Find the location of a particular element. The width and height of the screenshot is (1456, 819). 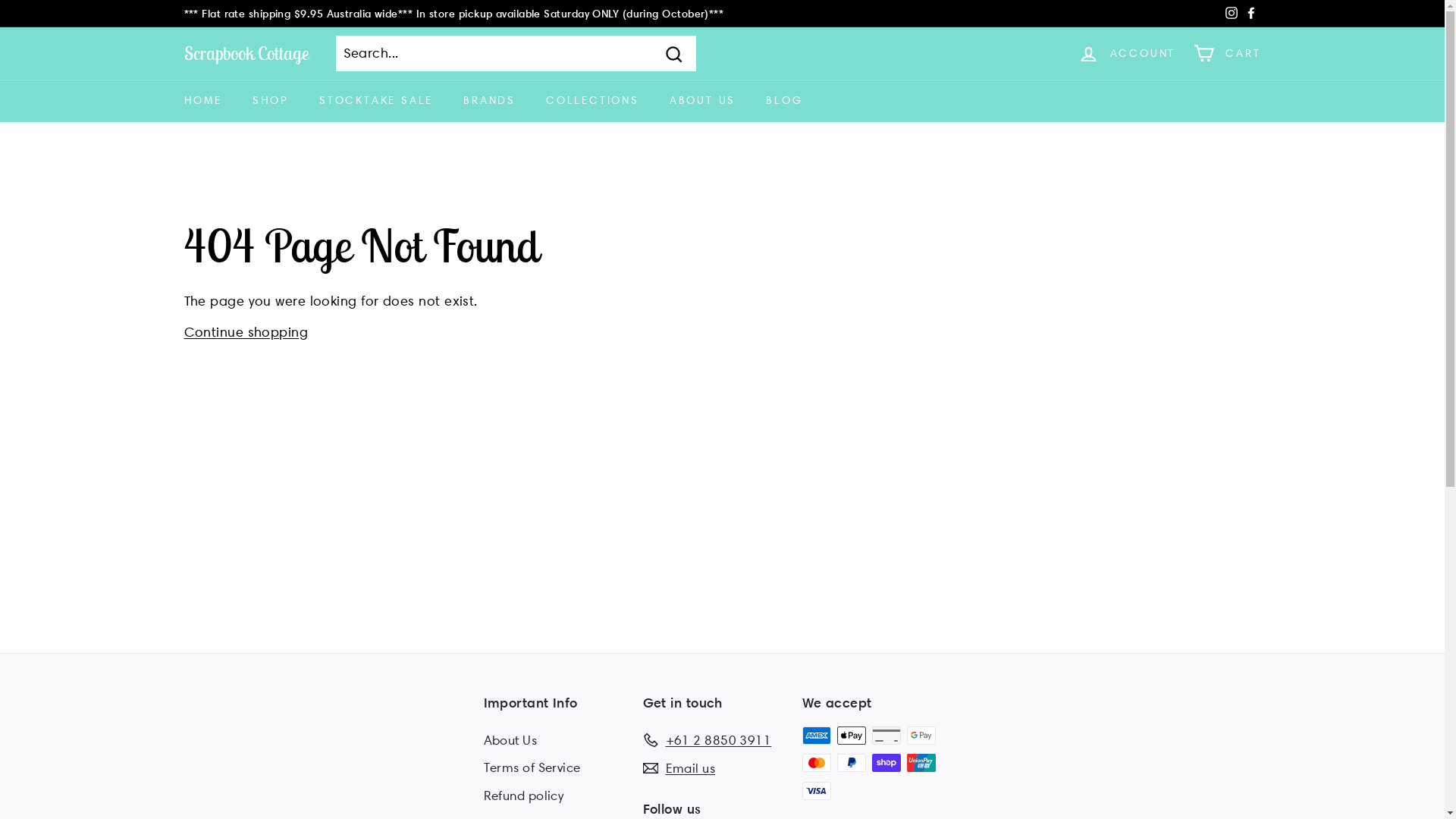

'BRANDS' is located at coordinates (489, 100).